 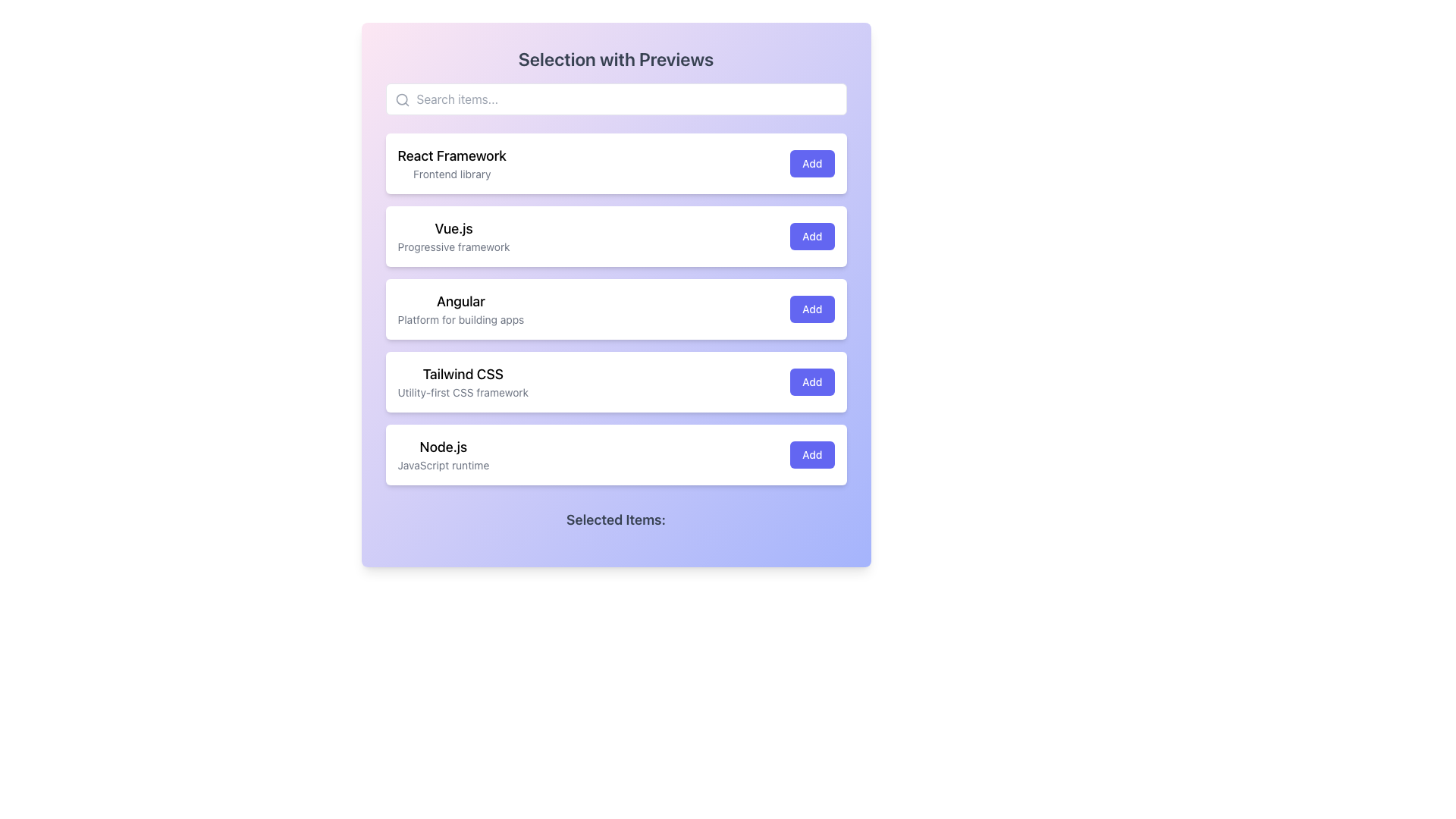 What do you see at coordinates (453, 246) in the screenshot?
I see `the static text label that describes Vue.js as a 'Progressive framework', located directly below the title 'Vue.js'` at bounding box center [453, 246].